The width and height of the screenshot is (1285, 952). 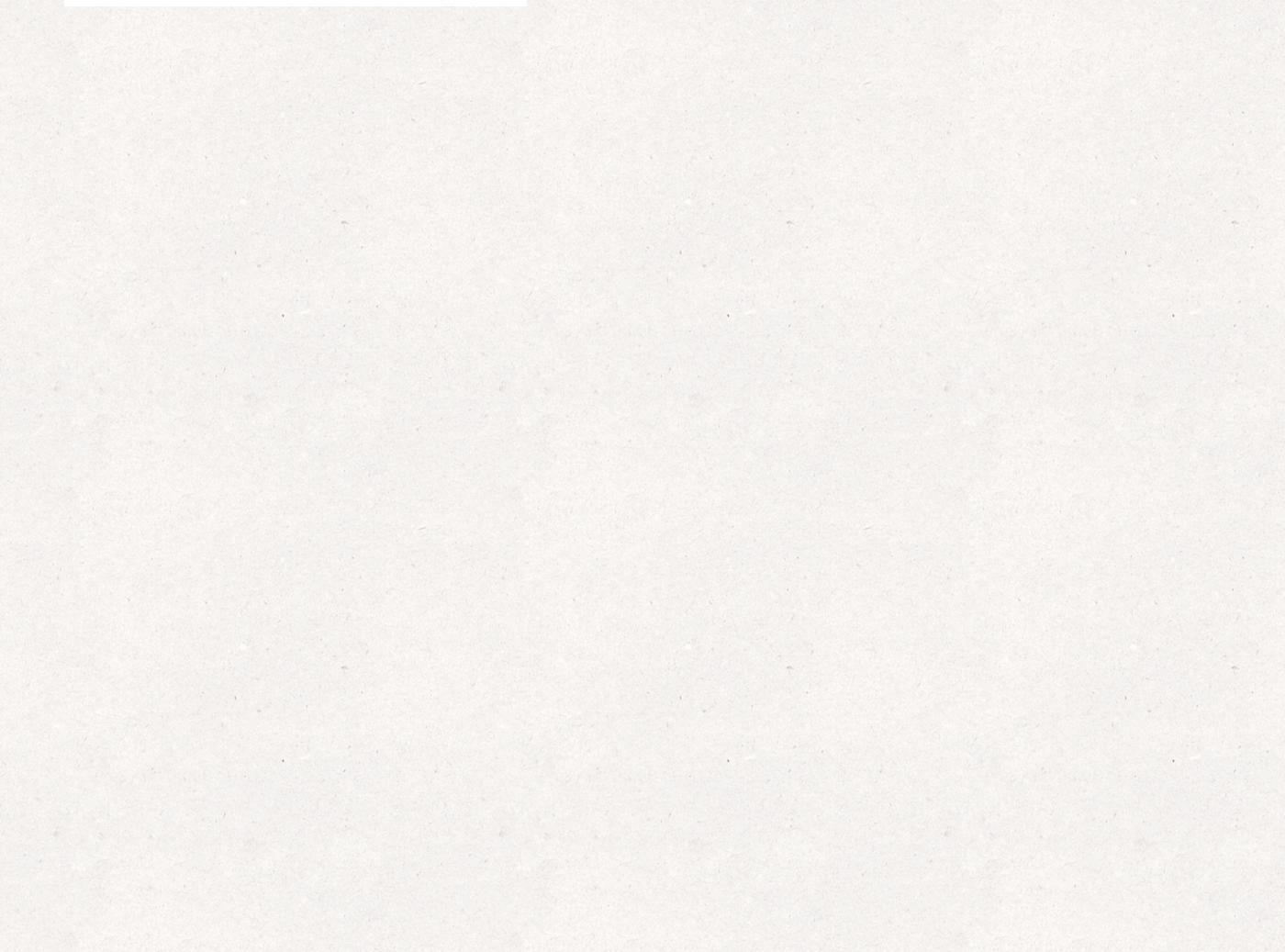 What do you see at coordinates (642, 710) in the screenshot?
I see `'3 October 2023'` at bounding box center [642, 710].